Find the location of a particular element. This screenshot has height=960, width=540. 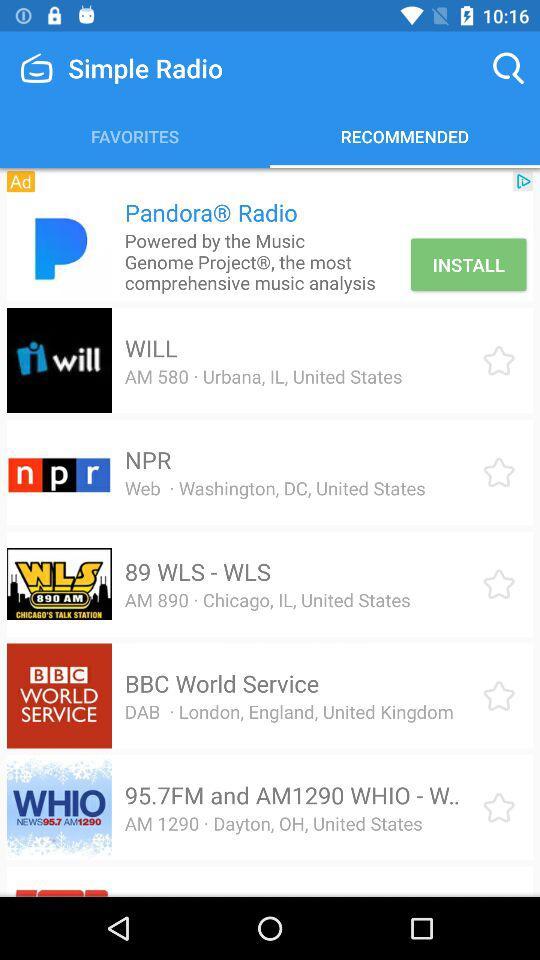

am 1290 dayton item is located at coordinates (272, 823).